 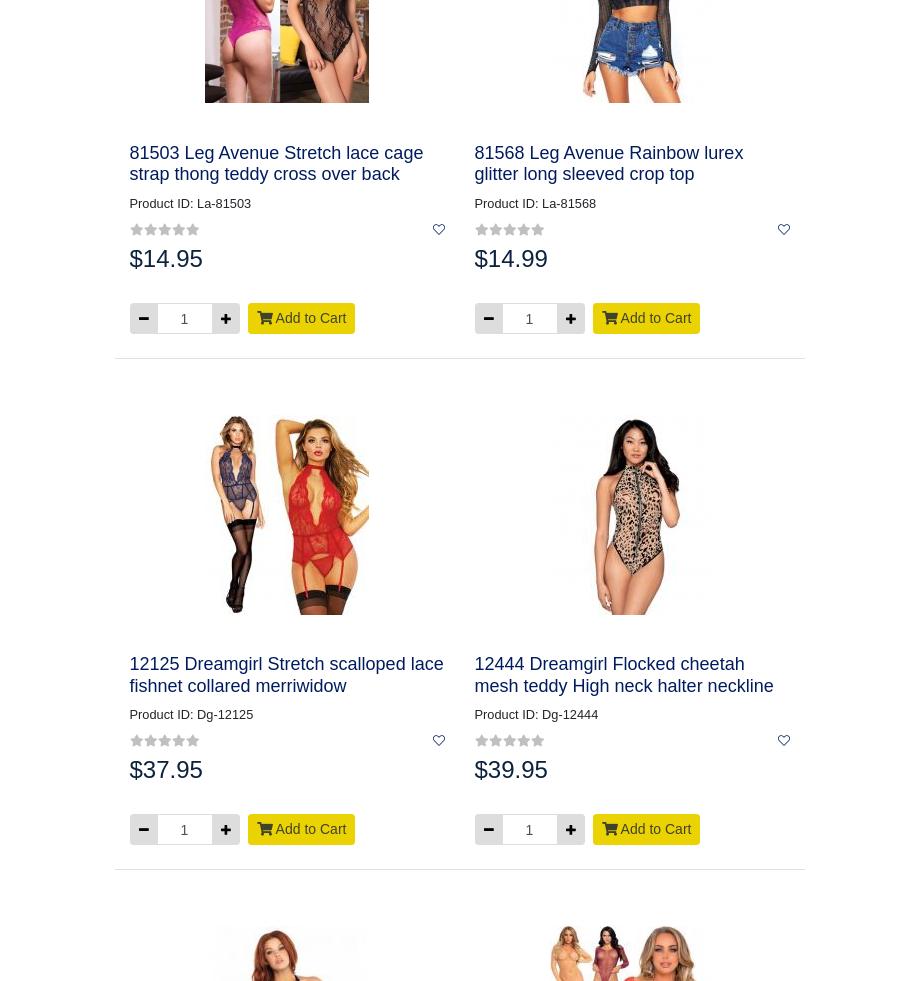 What do you see at coordinates (509, 257) in the screenshot?
I see `'$14.99'` at bounding box center [509, 257].